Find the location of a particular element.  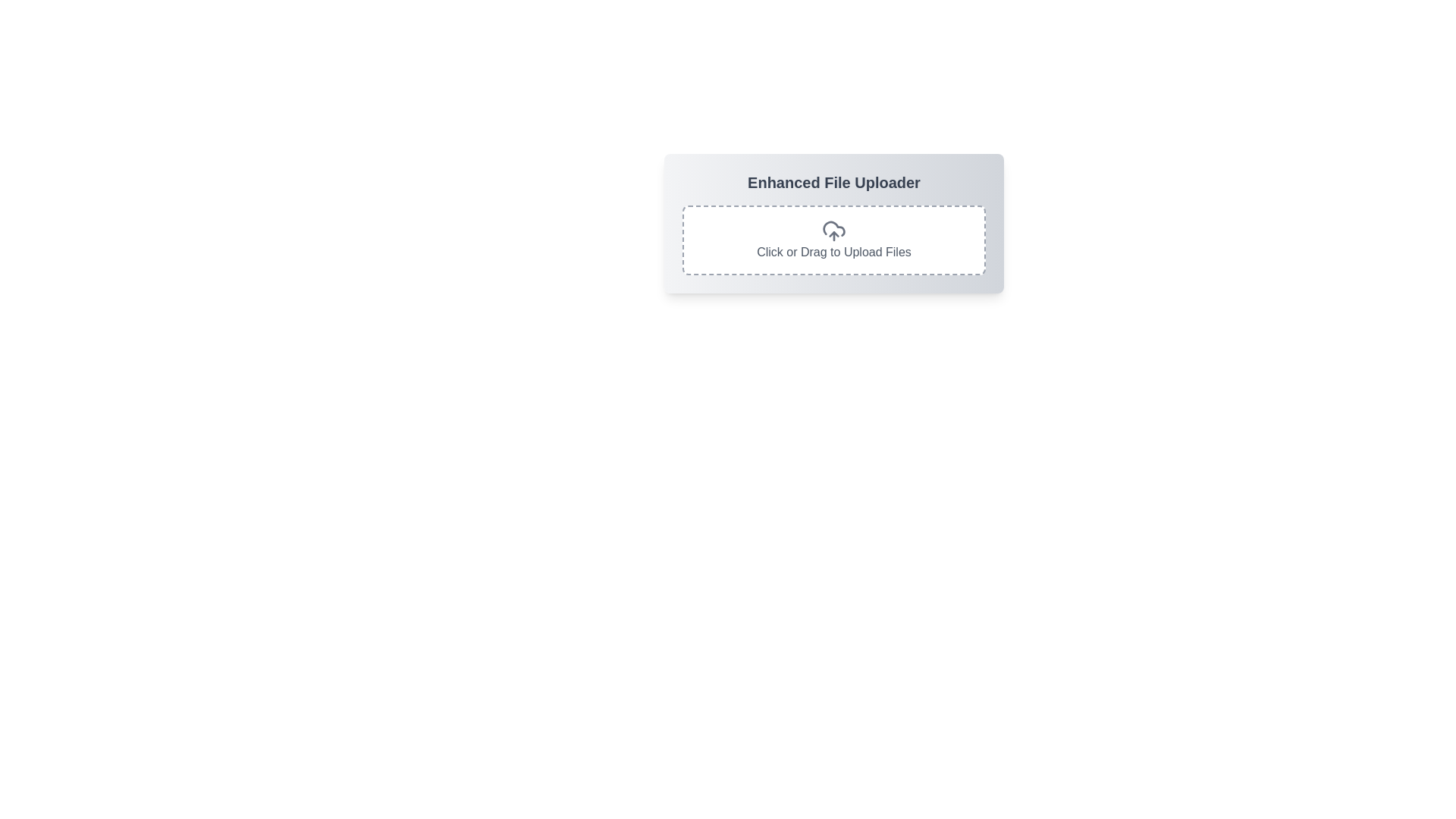

the upload icon located centrally within the white box with a gray dashed border, positioned below the heading 'Enhanced File Uploader' is located at coordinates (833, 231).